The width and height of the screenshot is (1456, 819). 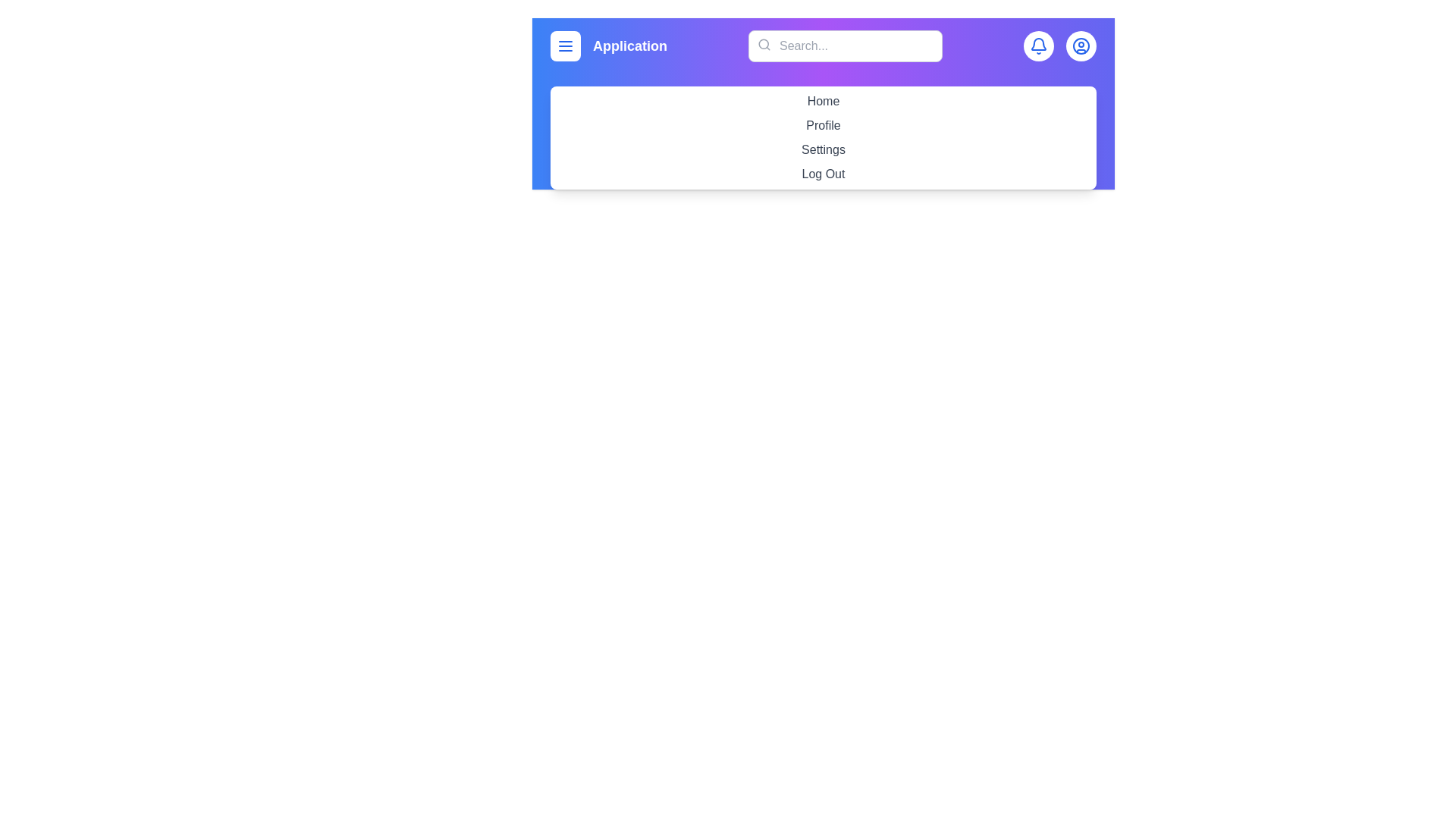 I want to click on the user icon to access user profile options, so click(x=1080, y=45).